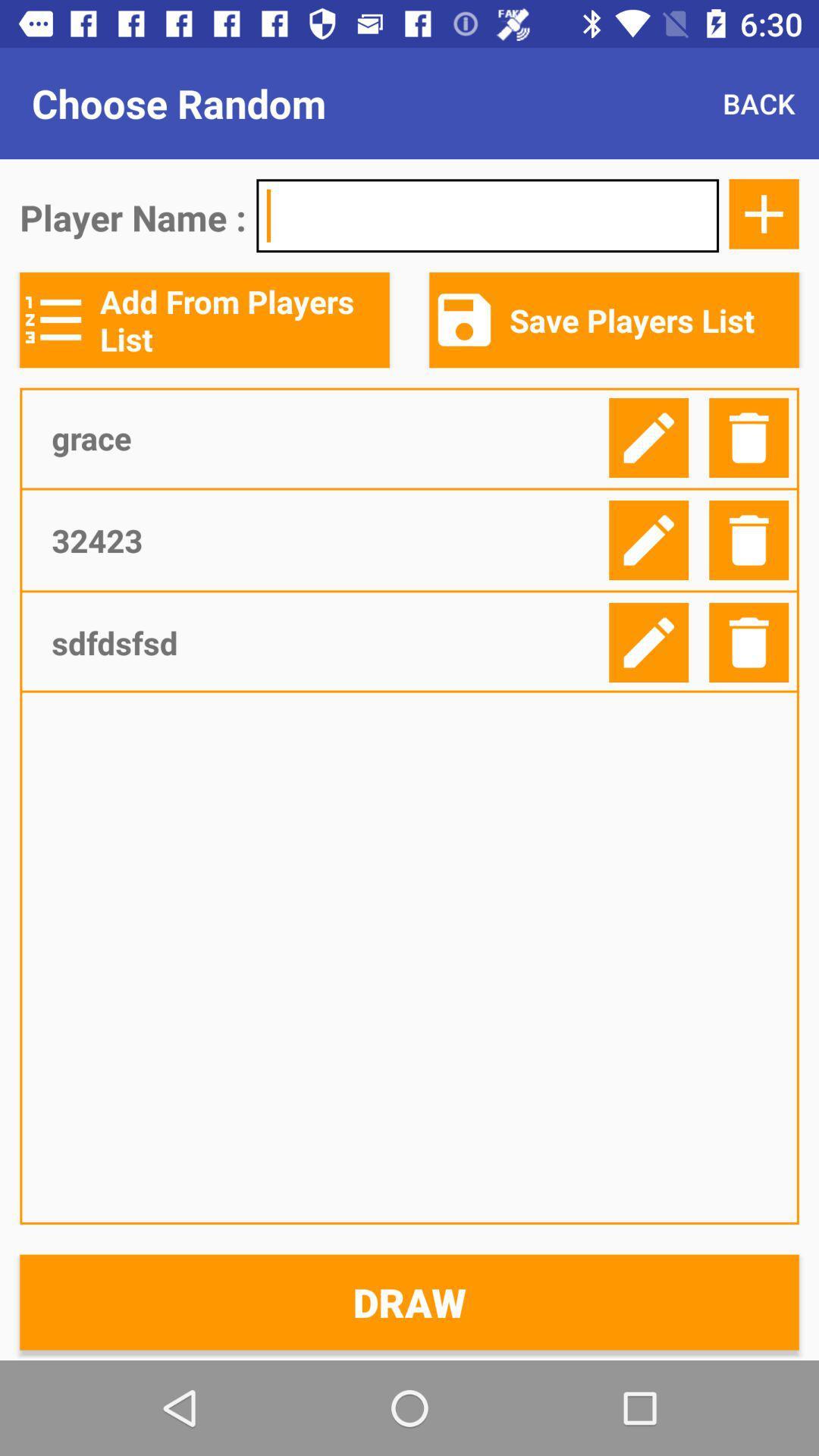 The image size is (819, 1456). I want to click on the delete button which is right to the first edit icon, so click(748, 437).